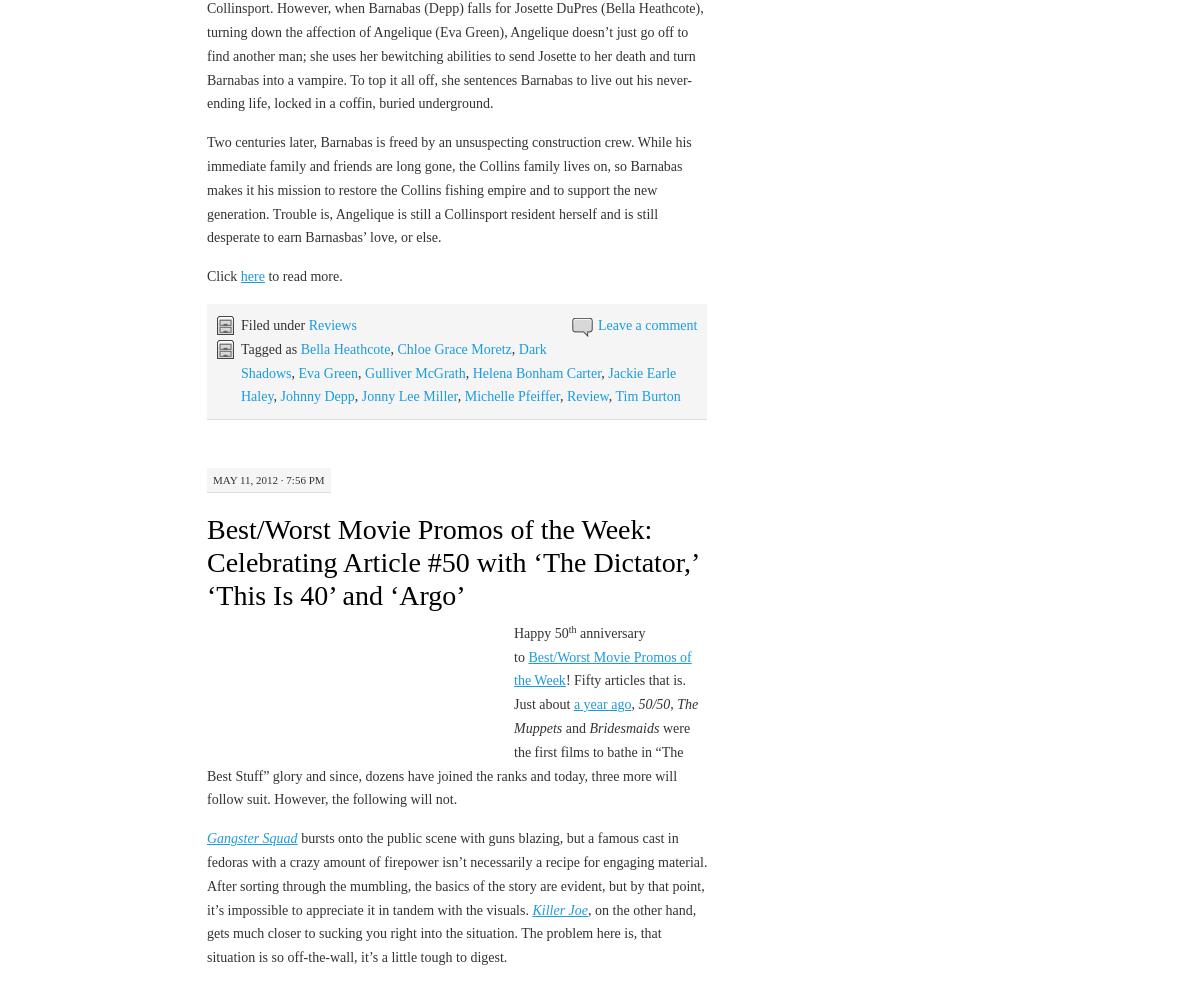 The width and height of the screenshot is (1184, 988). What do you see at coordinates (223, 275) in the screenshot?
I see `'Click'` at bounding box center [223, 275].